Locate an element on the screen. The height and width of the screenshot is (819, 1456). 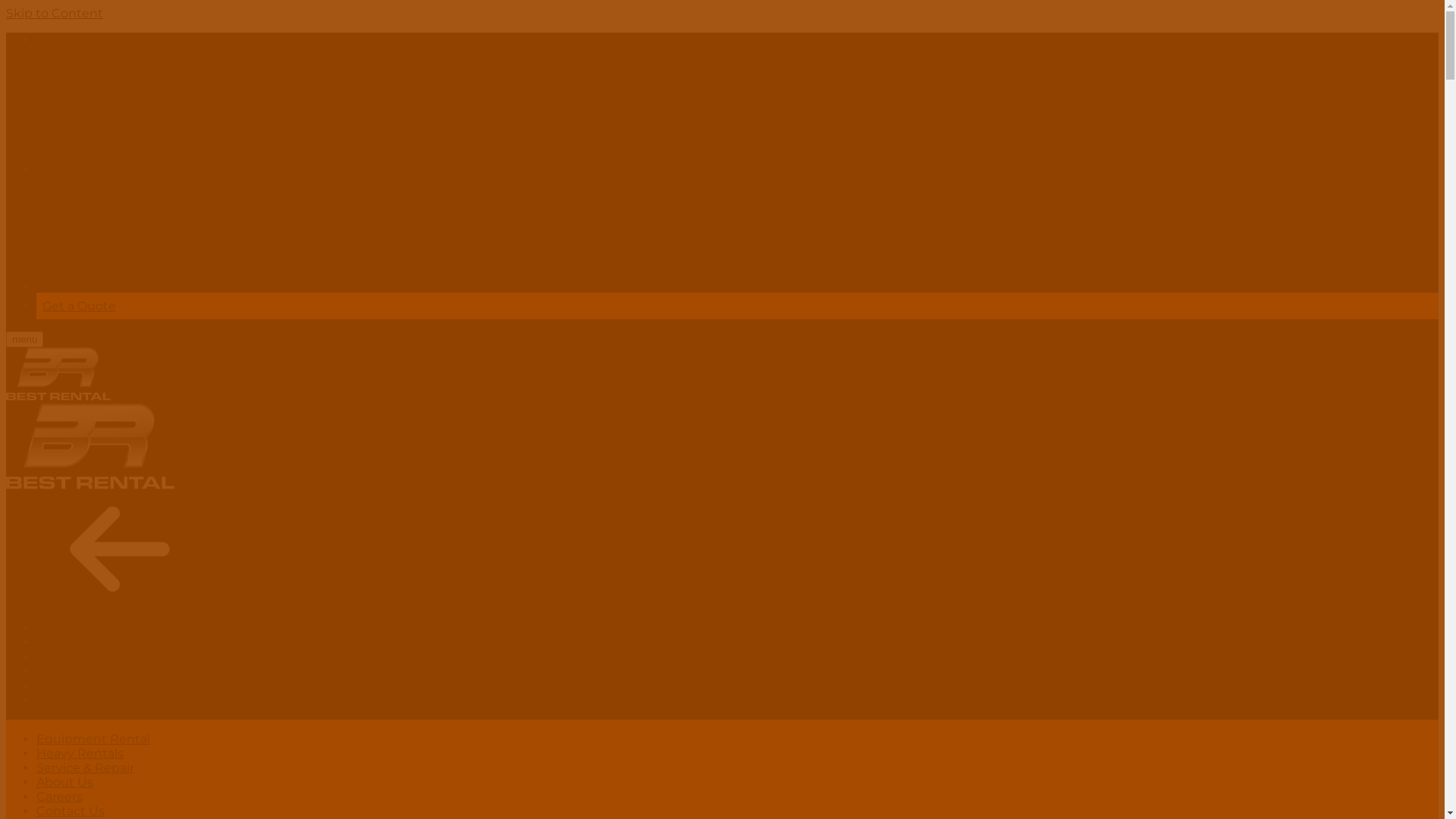
'Contact Us' is located at coordinates (69, 810).